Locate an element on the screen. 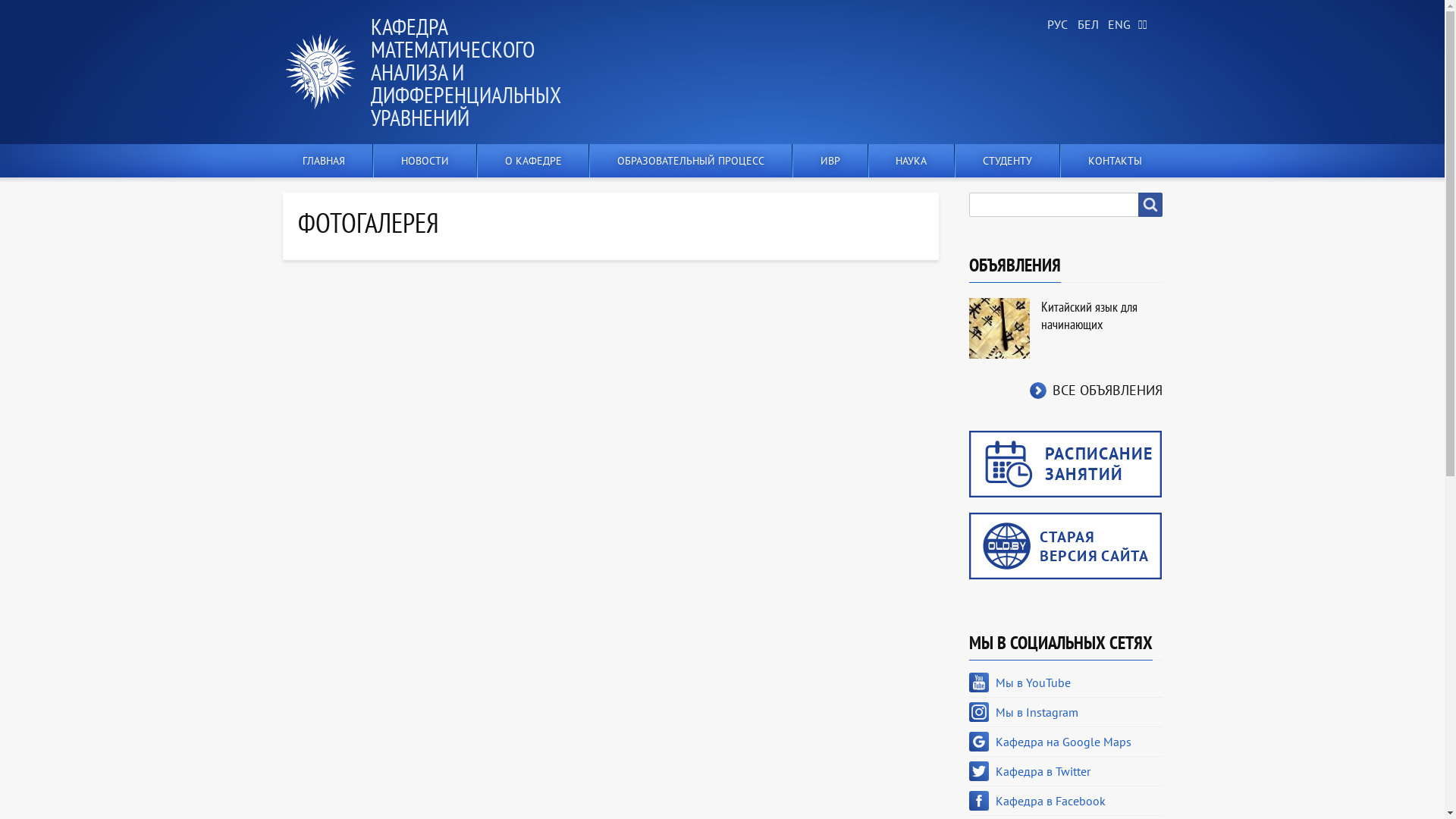  'Belarusian' is located at coordinates (1084, 25).